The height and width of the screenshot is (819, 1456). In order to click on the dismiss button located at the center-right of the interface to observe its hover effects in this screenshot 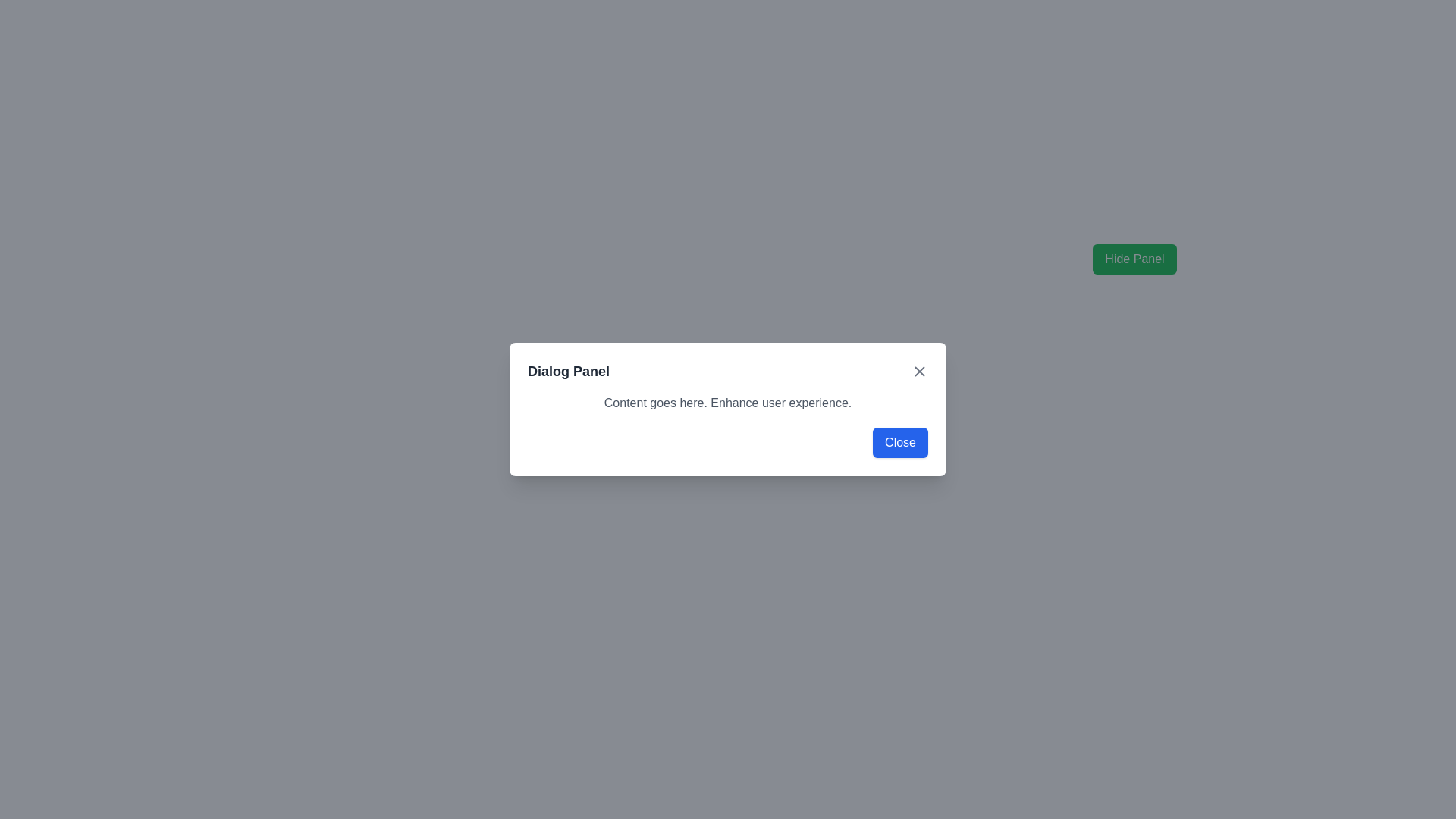, I will do `click(1134, 259)`.